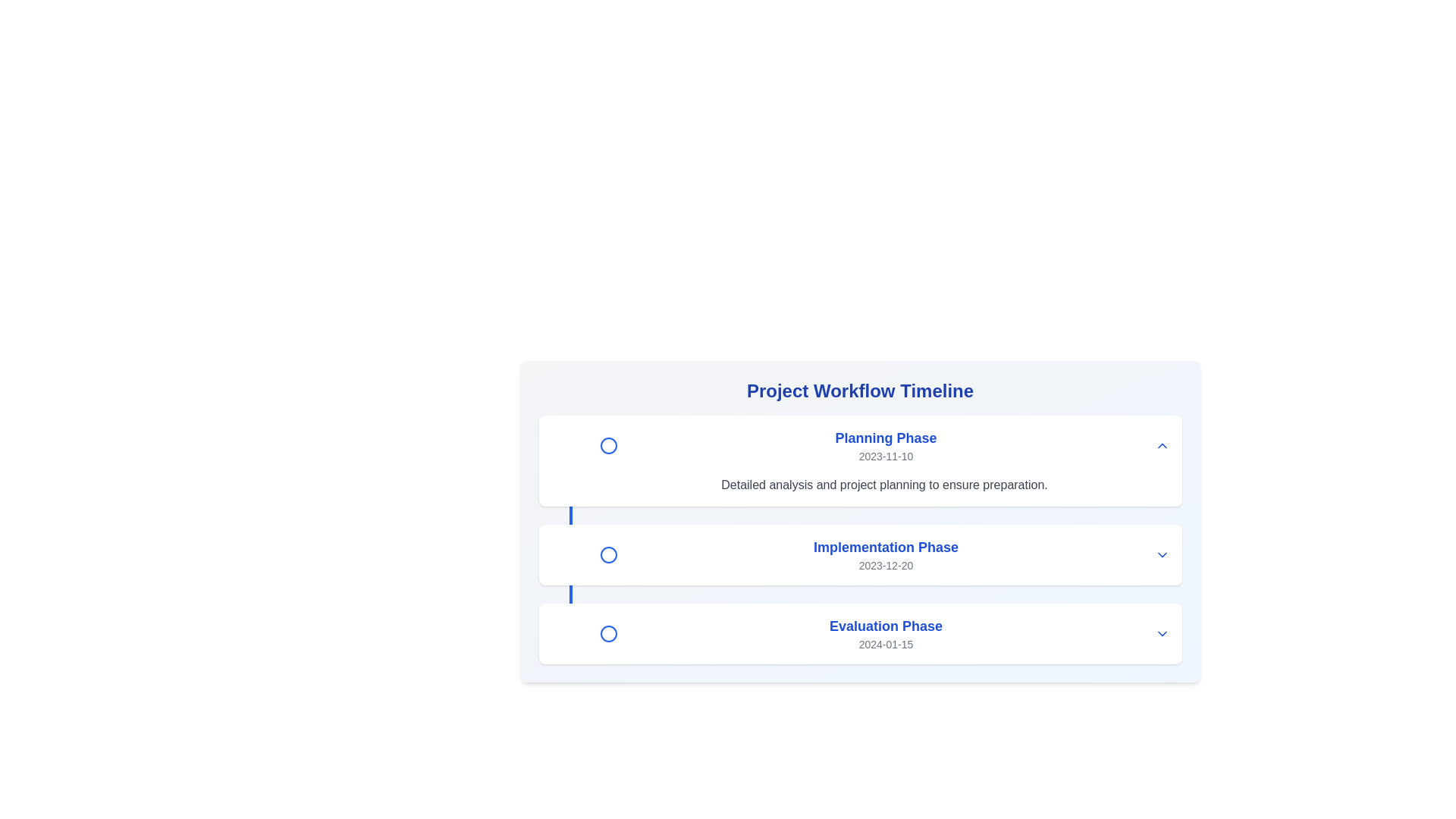 The width and height of the screenshot is (1456, 819). I want to click on the status of the circular icon with a blue outline and white interior, located to the left of the 'Planning Phase' label and its date in the timeline, so click(608, 444).